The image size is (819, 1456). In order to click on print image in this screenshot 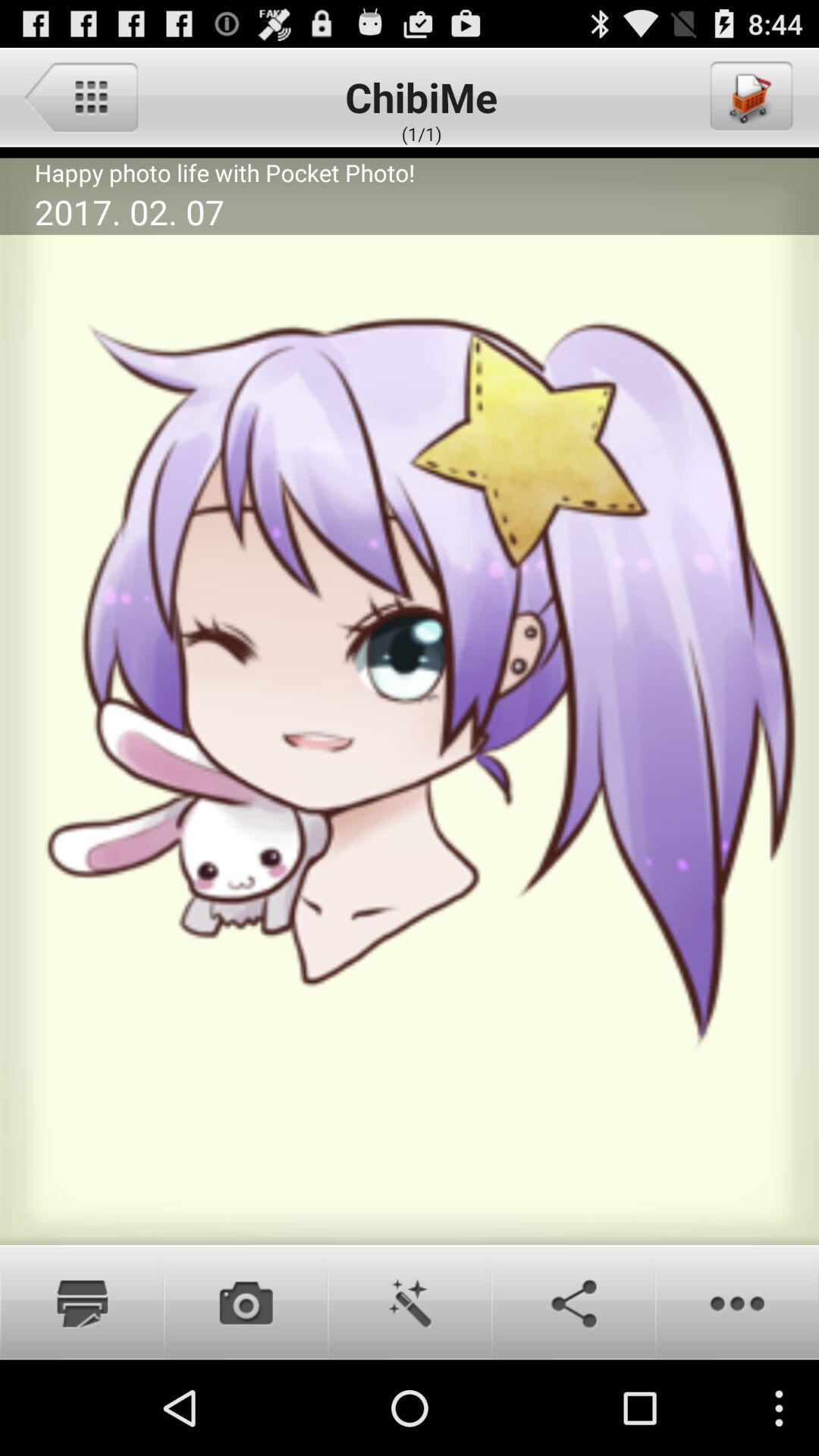, I will do `click(82, 1301)`.